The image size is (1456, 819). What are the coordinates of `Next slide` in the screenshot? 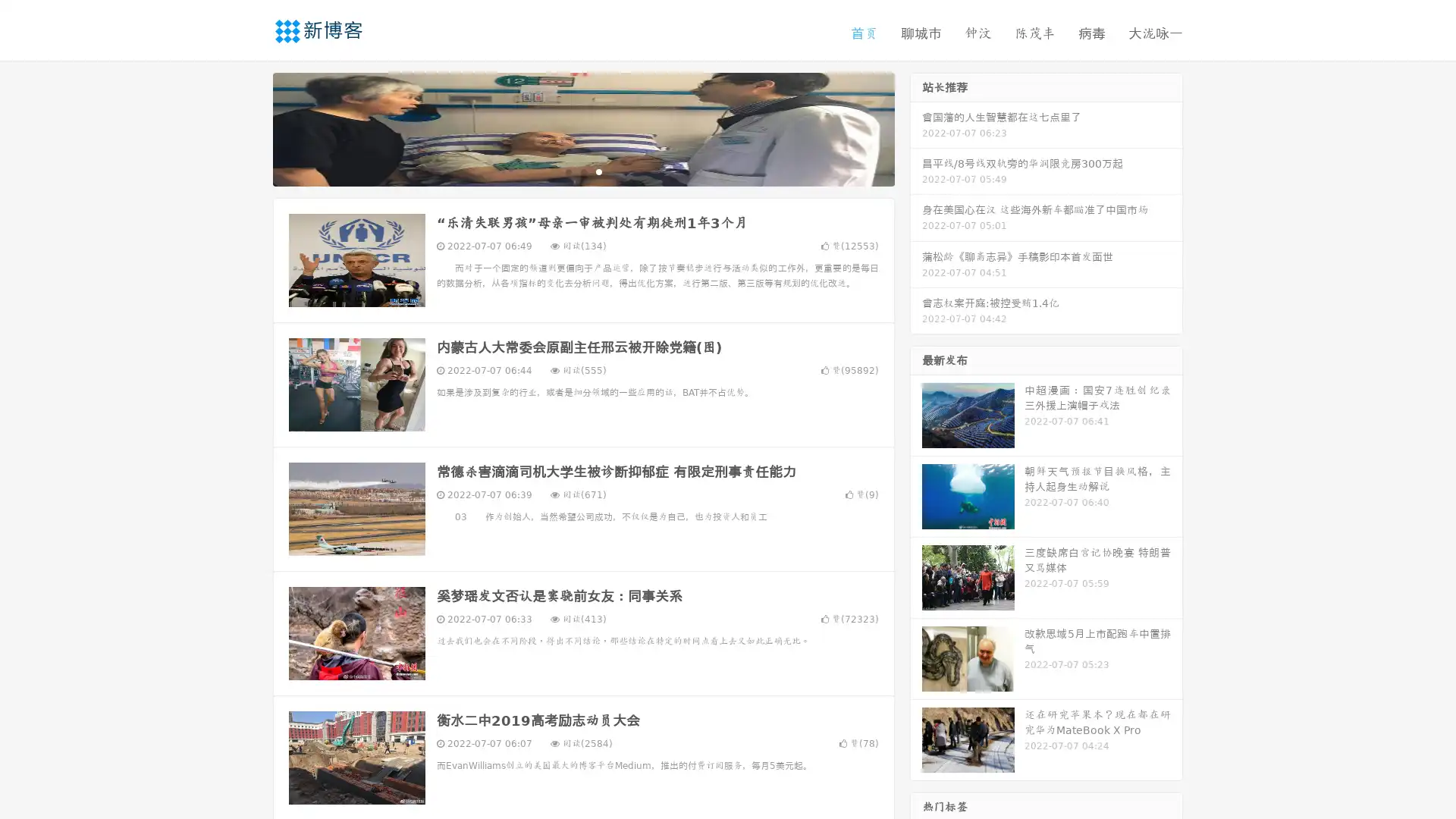 It's located at (916, 127).